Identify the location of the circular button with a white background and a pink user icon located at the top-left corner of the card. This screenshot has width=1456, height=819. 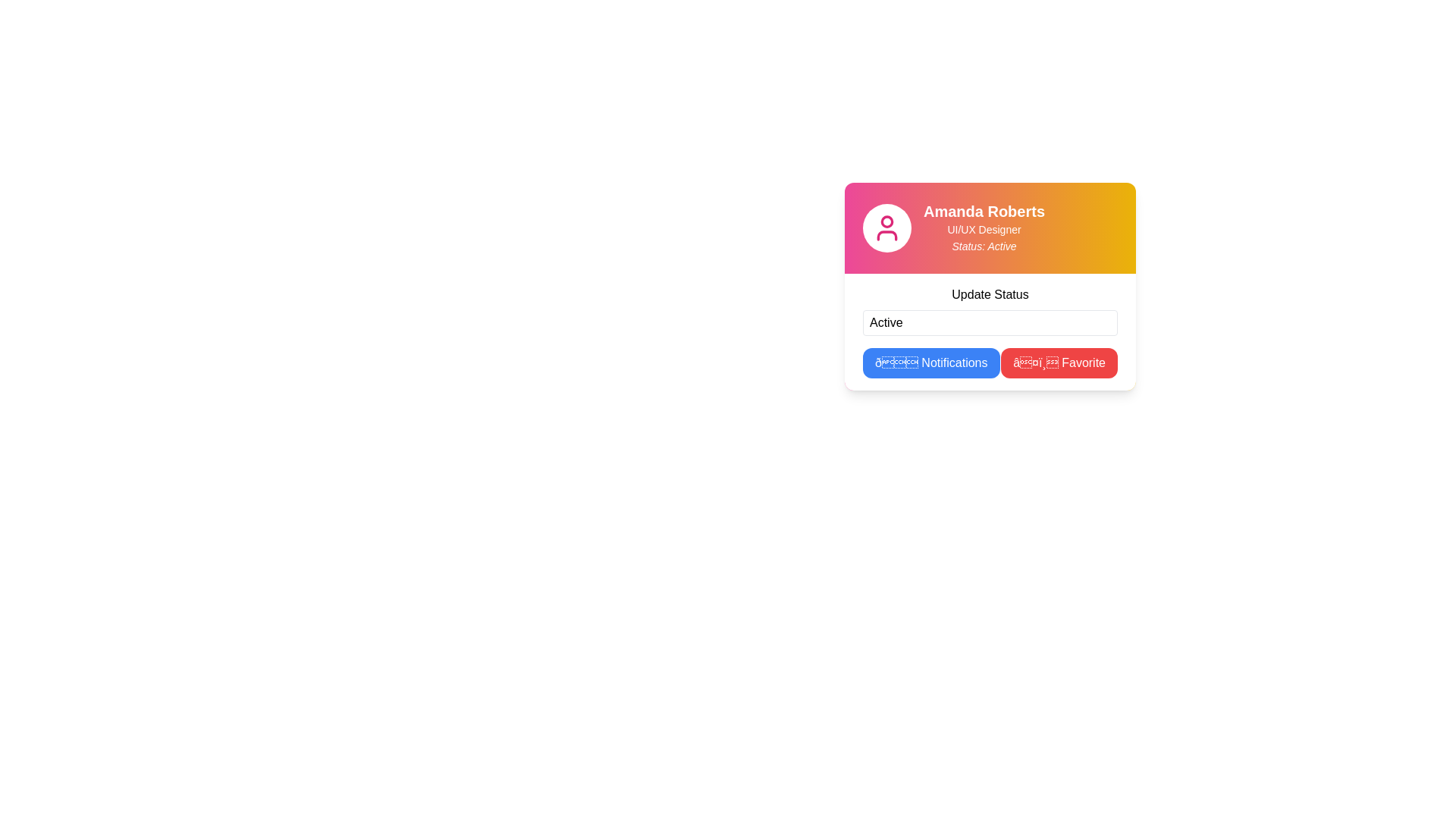
(887, 227).